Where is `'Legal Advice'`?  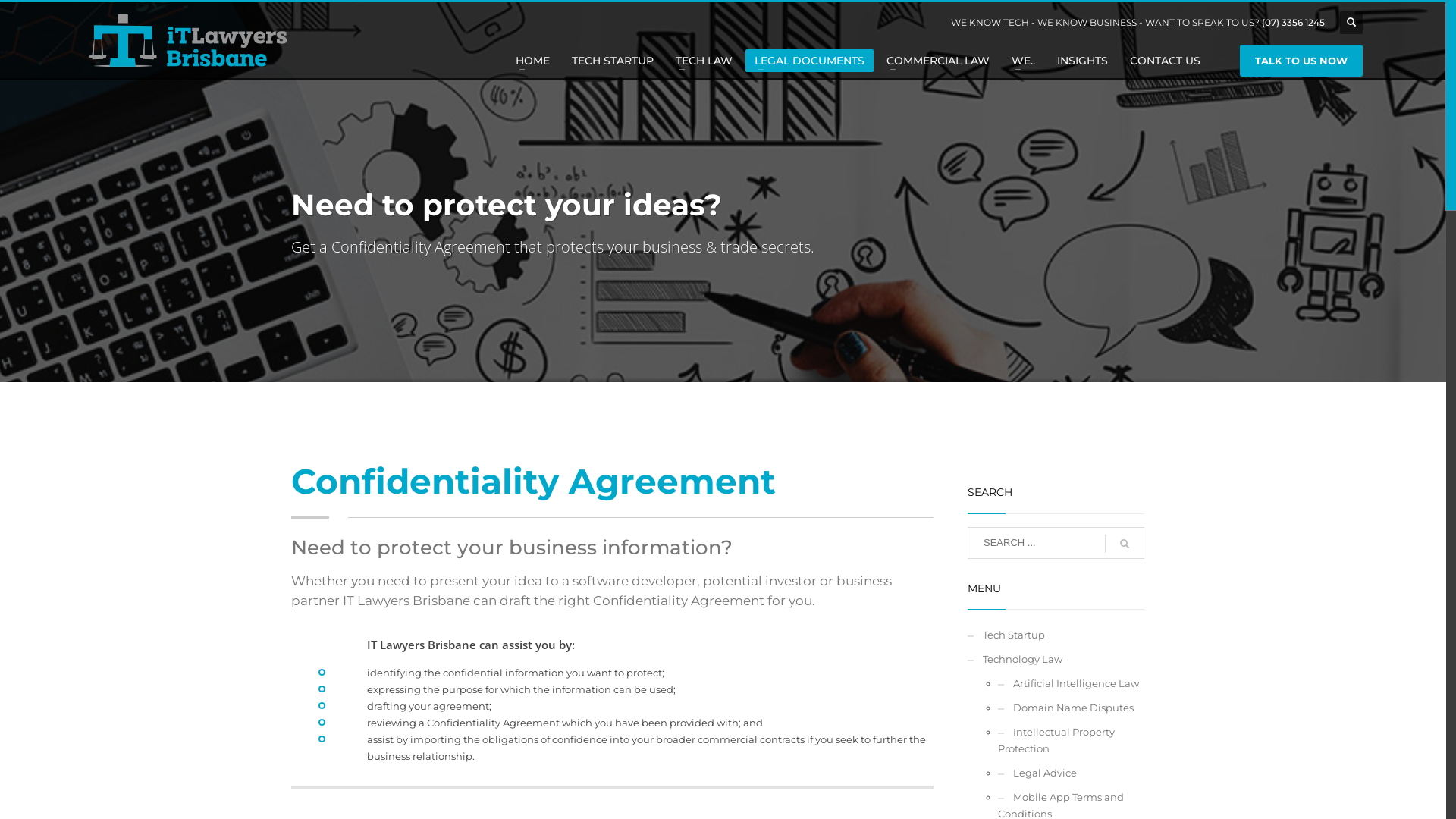
'Legal Advice' is located at coordinates (1070, 772).